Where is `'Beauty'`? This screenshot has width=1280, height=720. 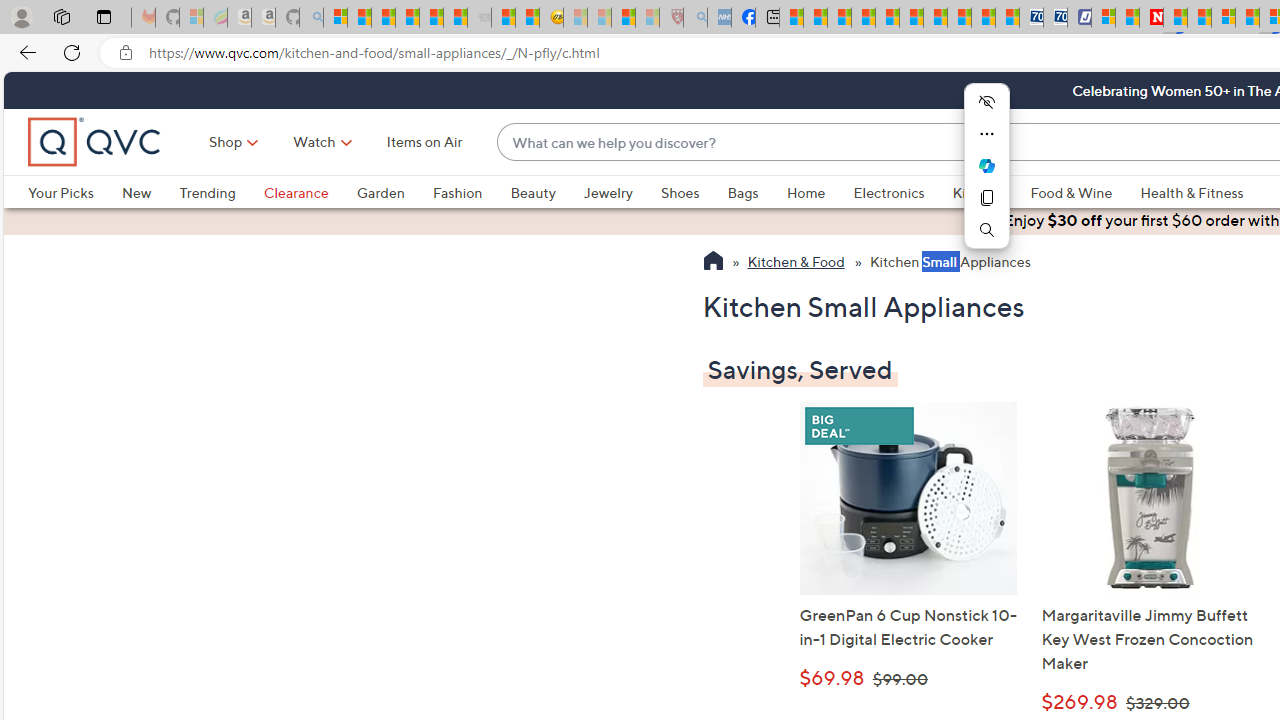 'Beauty' is located at coordinates (546, 192).